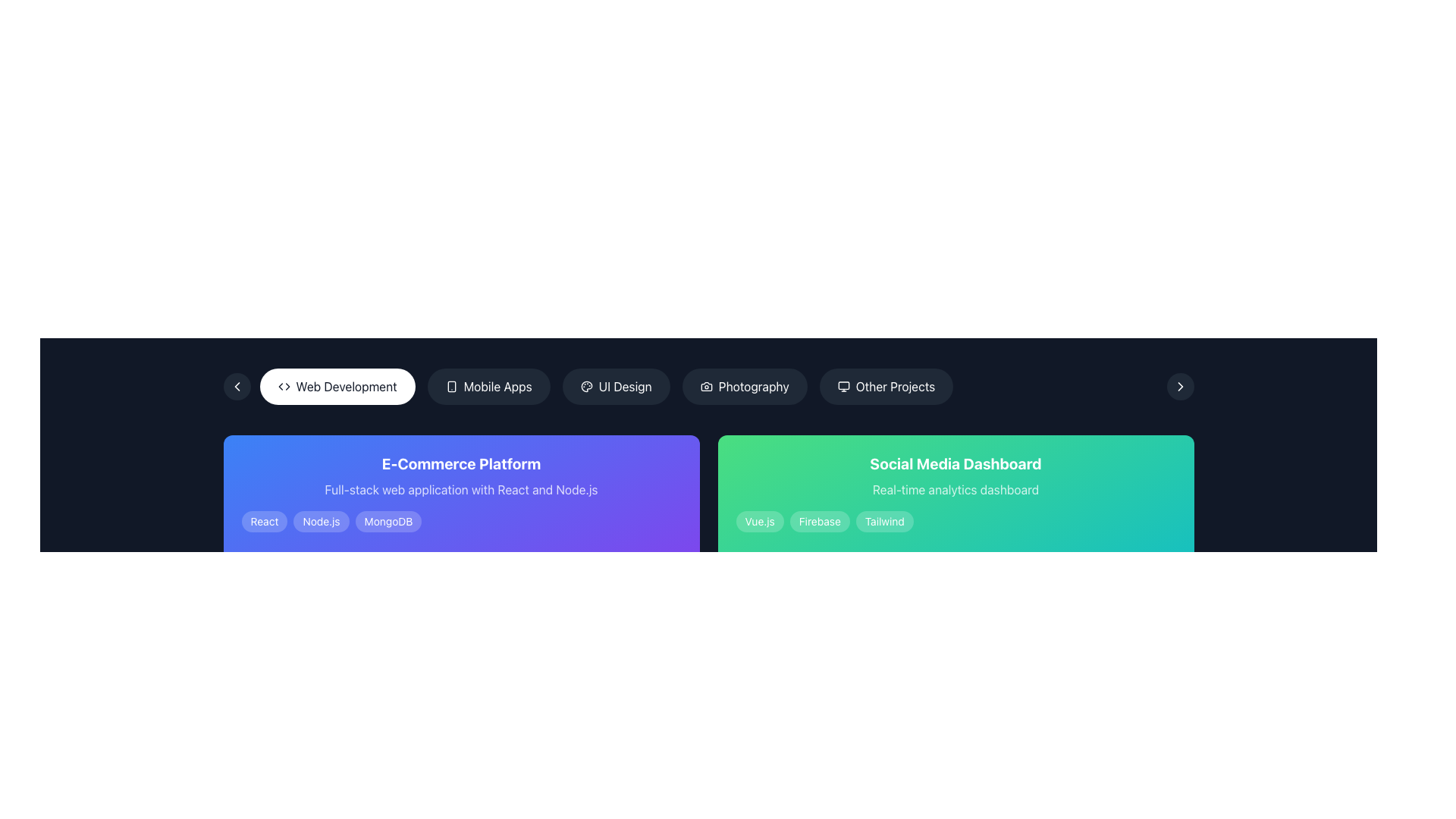 The image size is (1456, 819). What do you see at coordinates (1179, 385) in the screenshot?
I see `the chevron icon located in the top-right corner of the interface` at bounding box center [1179, 385].